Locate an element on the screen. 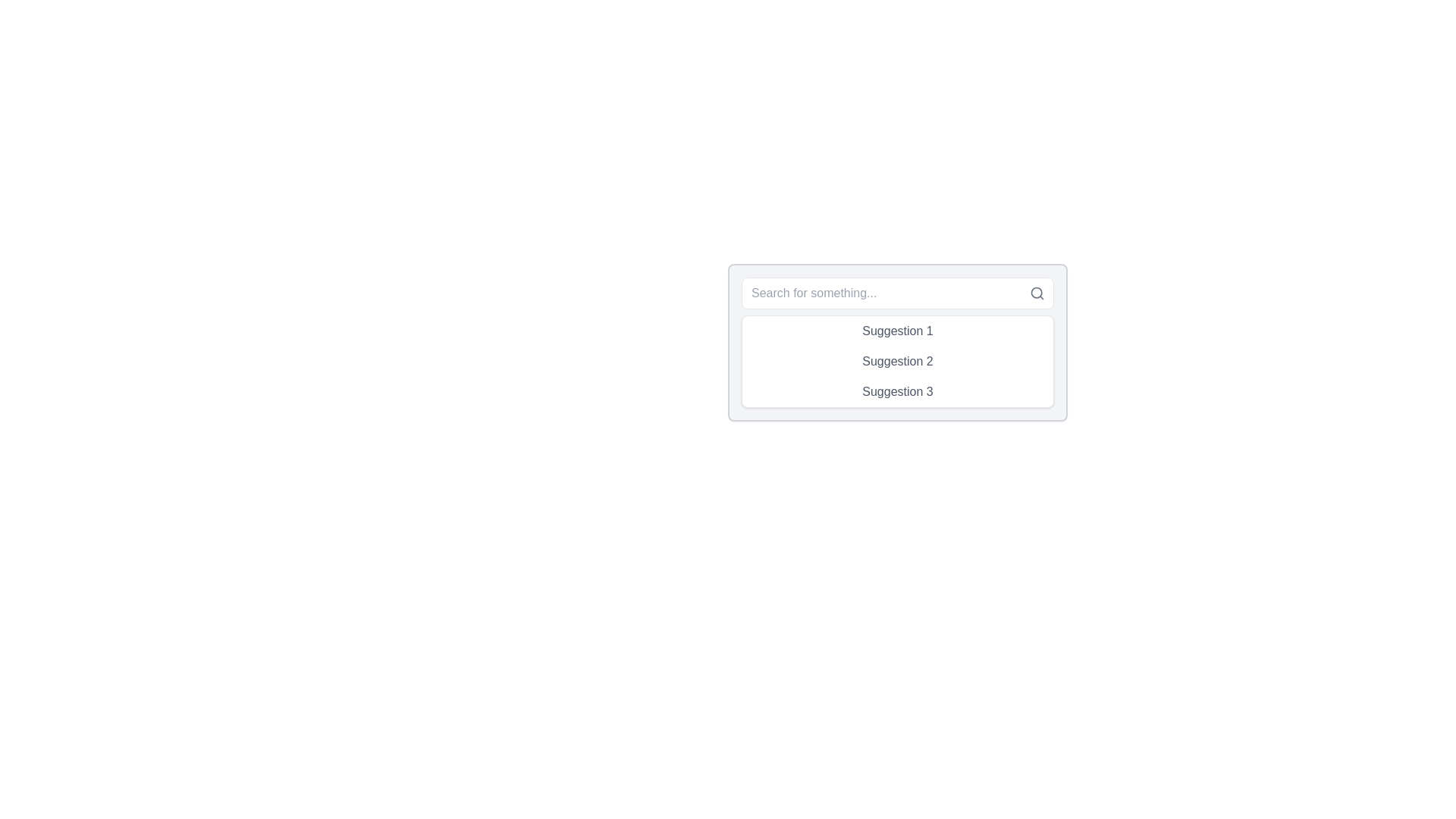 The image size is (1456, 819). the second item in the dropdown list of suggestions is located at coordinates (898, 362).